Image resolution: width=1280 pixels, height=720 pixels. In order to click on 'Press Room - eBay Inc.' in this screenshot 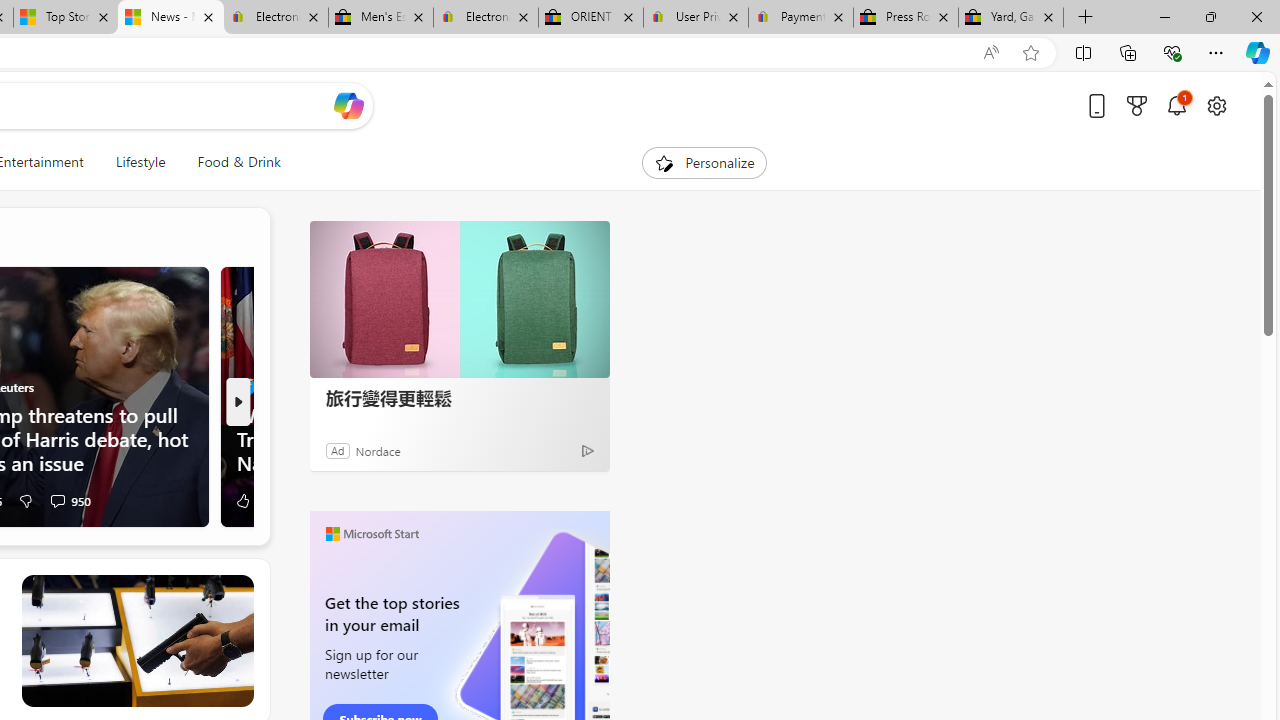, I will do `click(904, 17)`.